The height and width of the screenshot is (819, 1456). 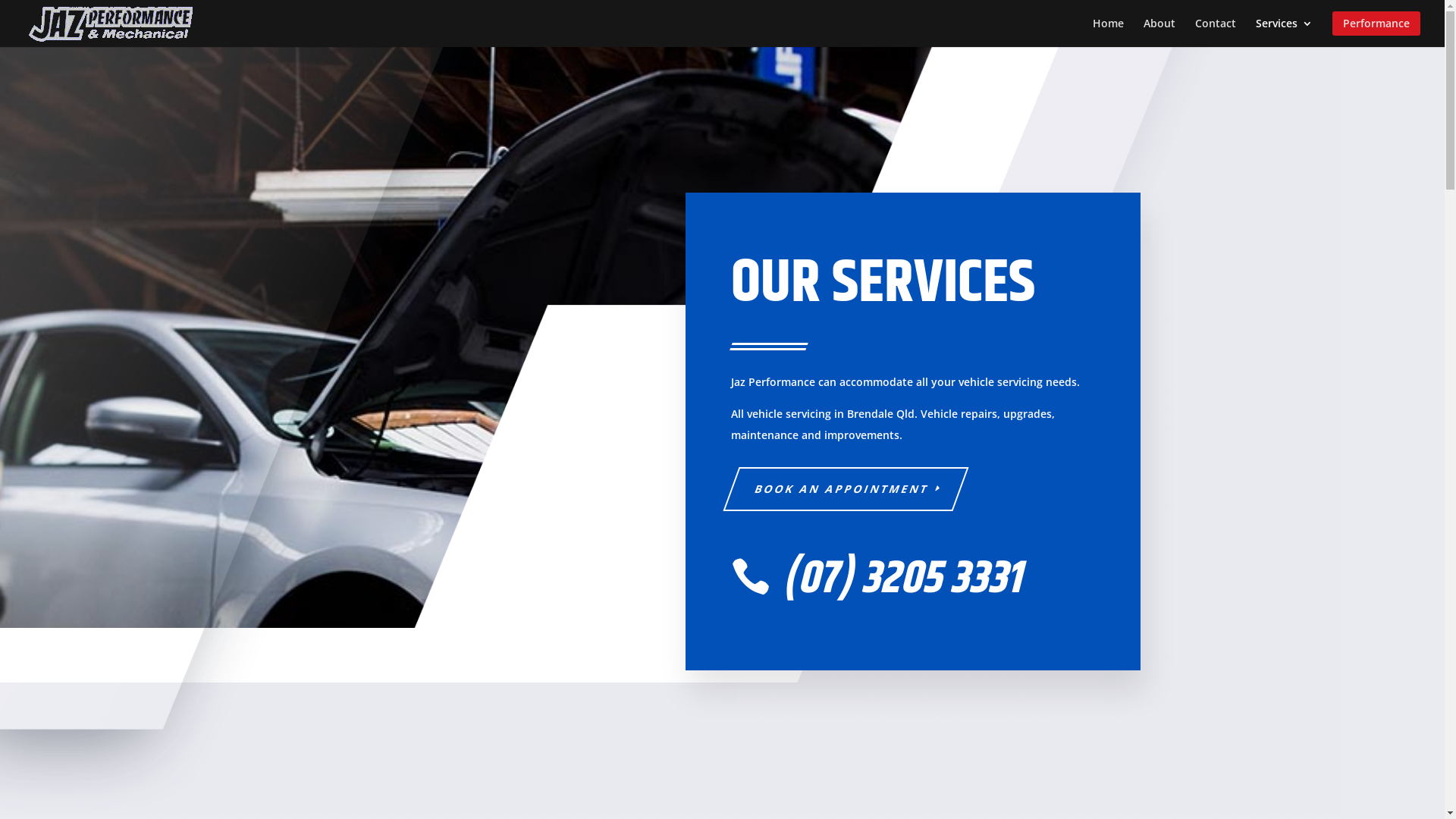 What do you see at coordinates (1216, 29) in the screenshot?
I see `'Contact'` at bounding box center [1216, 29].